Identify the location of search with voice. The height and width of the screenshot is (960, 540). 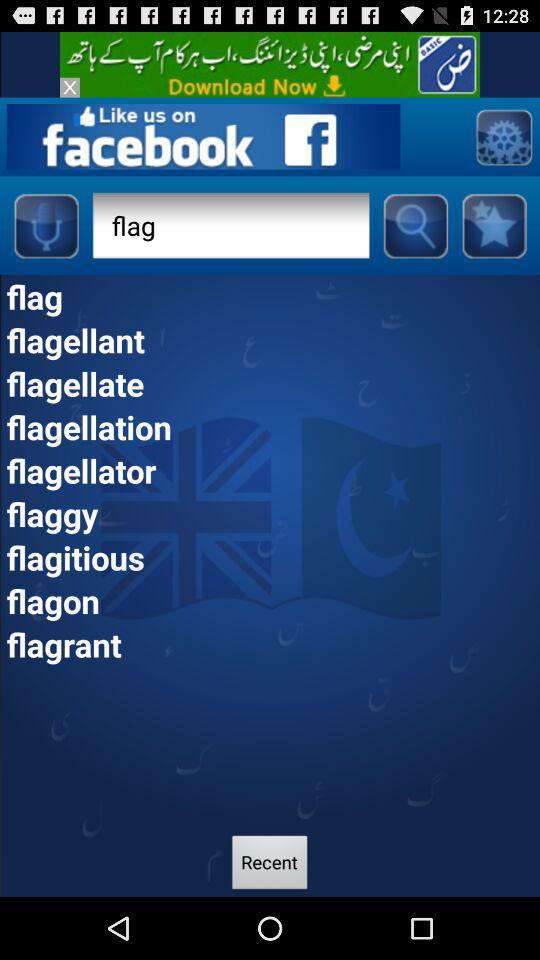
(45, 225).